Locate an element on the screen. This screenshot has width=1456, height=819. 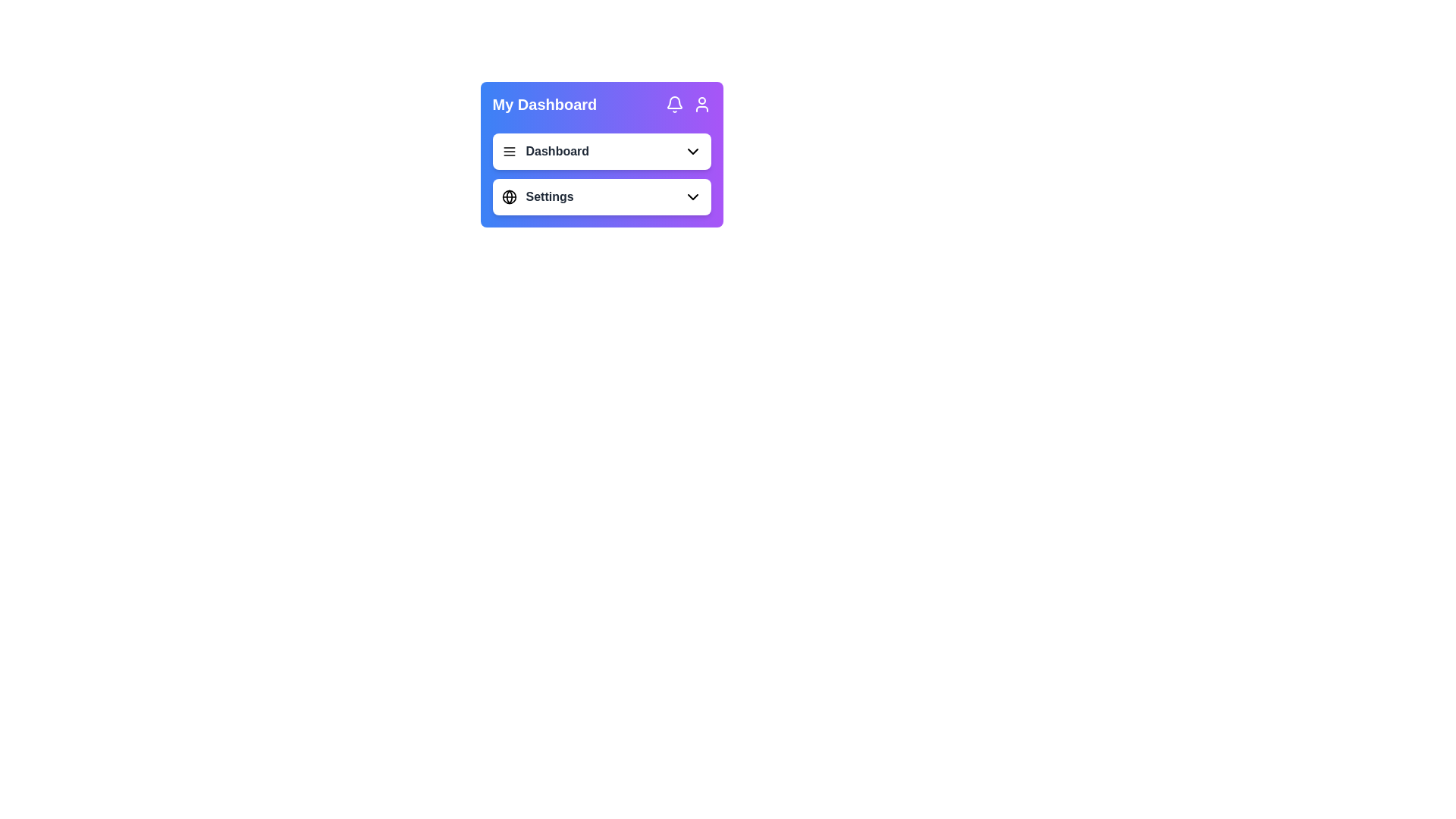
the Dropdown Indicator Icon, which is a downward arrow located at the far right edge of the 'Settings' button is located at coordinates (692, 196).